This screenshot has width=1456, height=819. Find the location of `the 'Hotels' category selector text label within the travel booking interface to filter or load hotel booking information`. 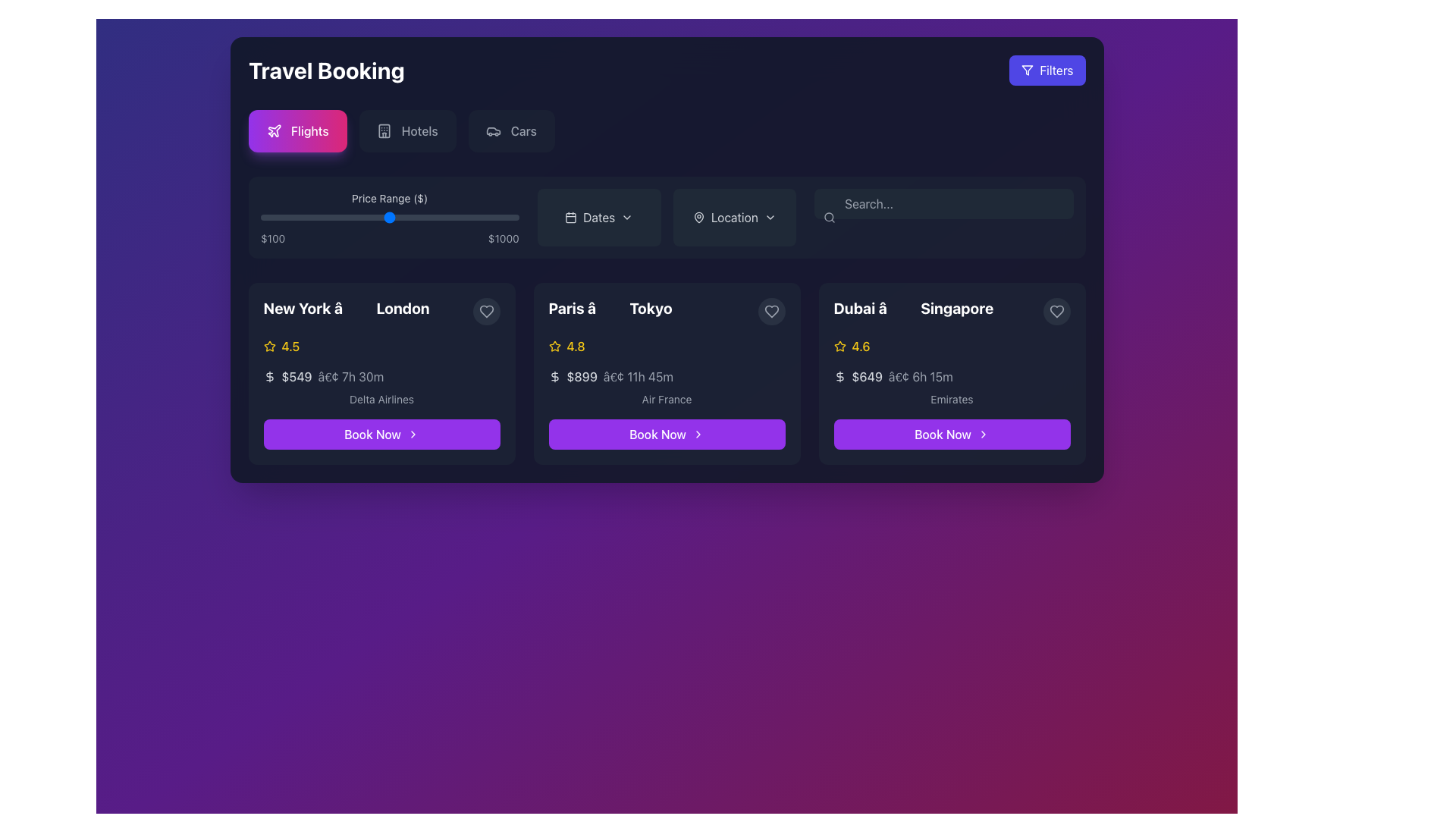

the 'Hotels' category selector text label within the travel booking interface to filter or load hotel booking information is located at coordinates (419, 130).